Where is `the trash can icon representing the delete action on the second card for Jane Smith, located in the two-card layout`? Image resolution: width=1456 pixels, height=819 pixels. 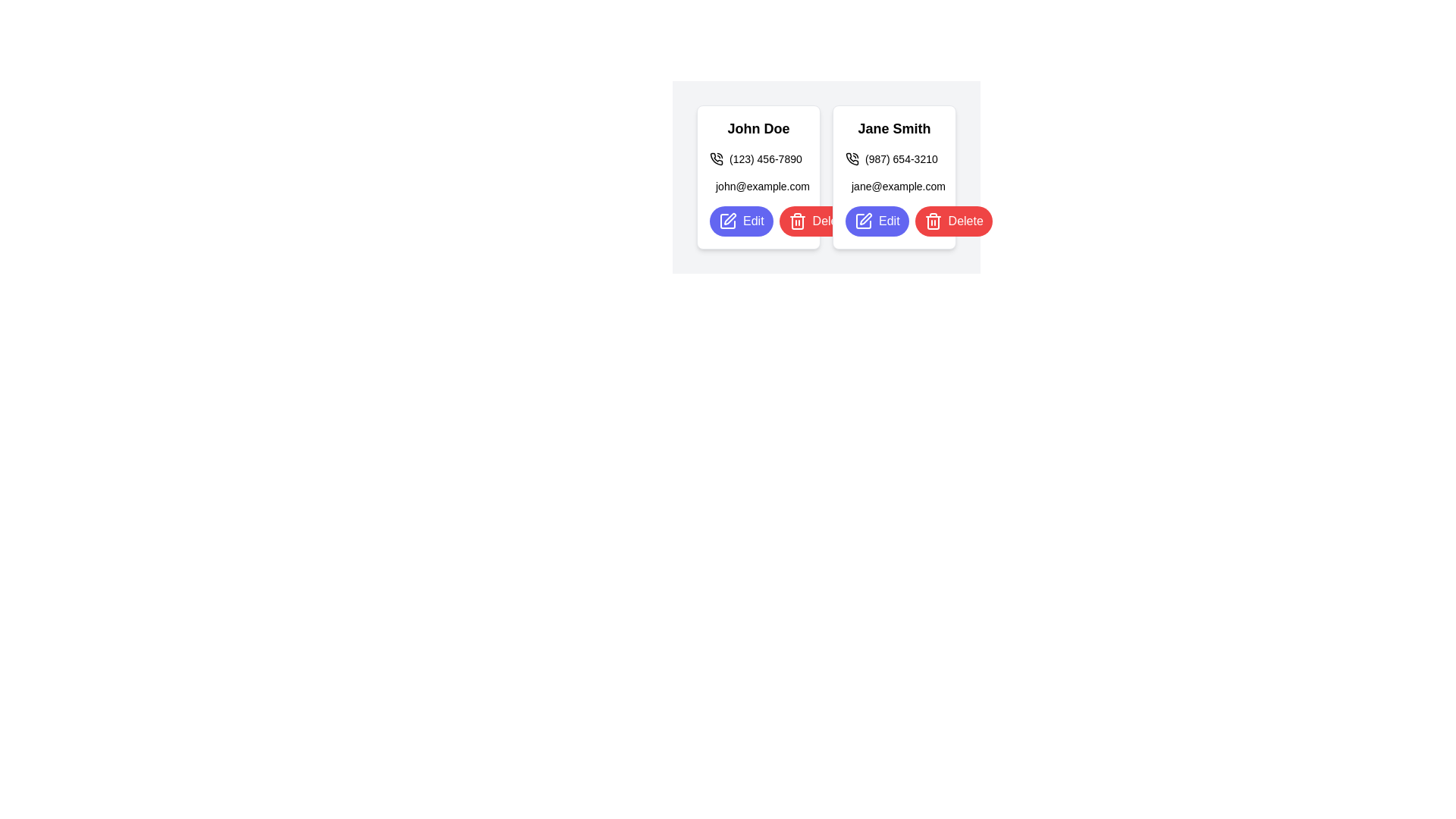
the trash can icon representing the delete action on the second card for Jane Smith, located in the two-card layout is located at coordinates (932, 222).